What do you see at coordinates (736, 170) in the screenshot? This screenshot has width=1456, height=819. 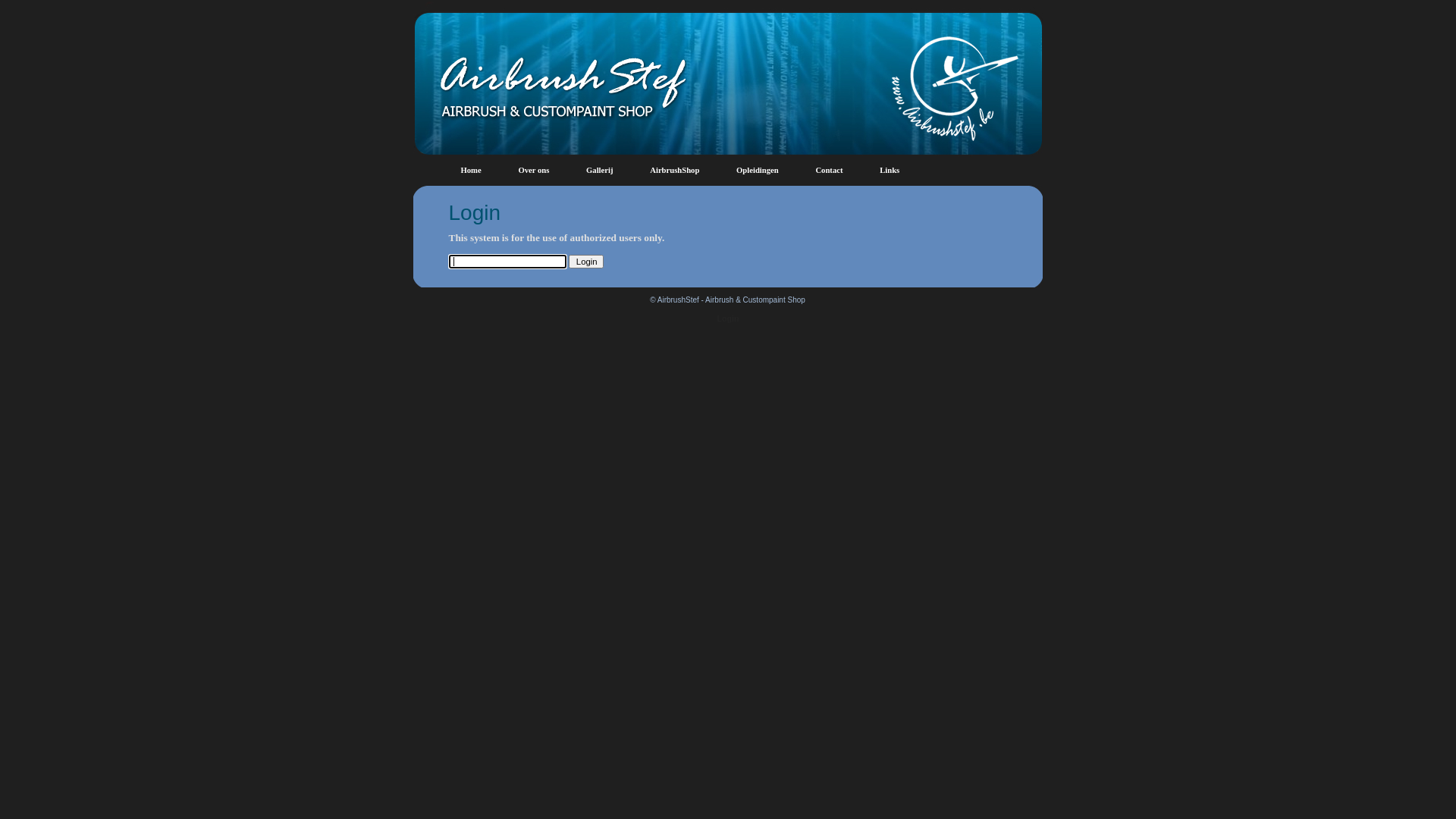 I see `'Opleidingen'` at bounding box center [736, 170].